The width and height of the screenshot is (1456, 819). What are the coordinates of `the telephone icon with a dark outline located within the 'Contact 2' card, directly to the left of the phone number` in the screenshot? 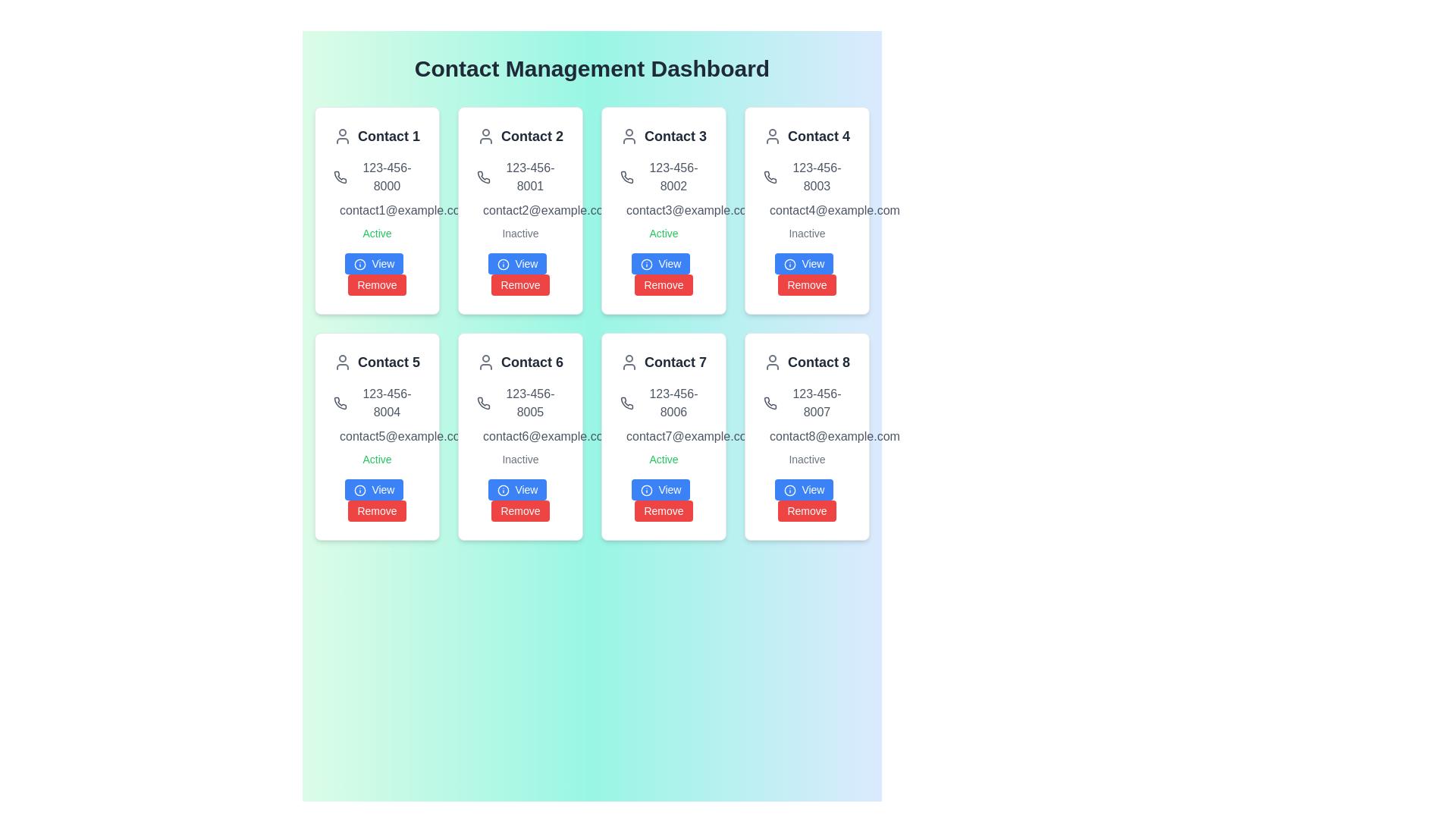 It's located at (483, 176).